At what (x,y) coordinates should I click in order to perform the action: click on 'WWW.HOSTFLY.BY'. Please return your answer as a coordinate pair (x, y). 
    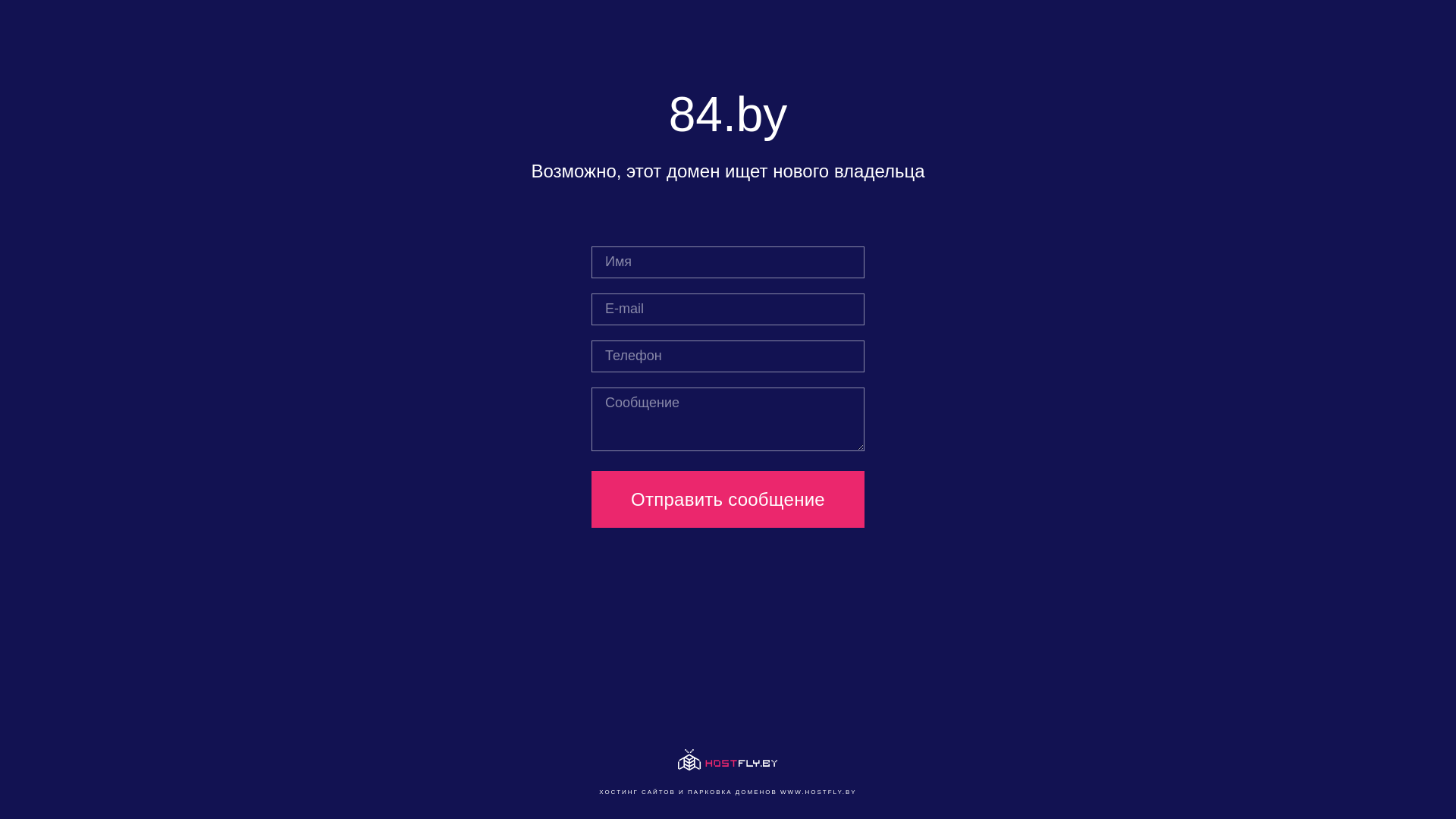
    Looking at the image, I should click on (817, 791).